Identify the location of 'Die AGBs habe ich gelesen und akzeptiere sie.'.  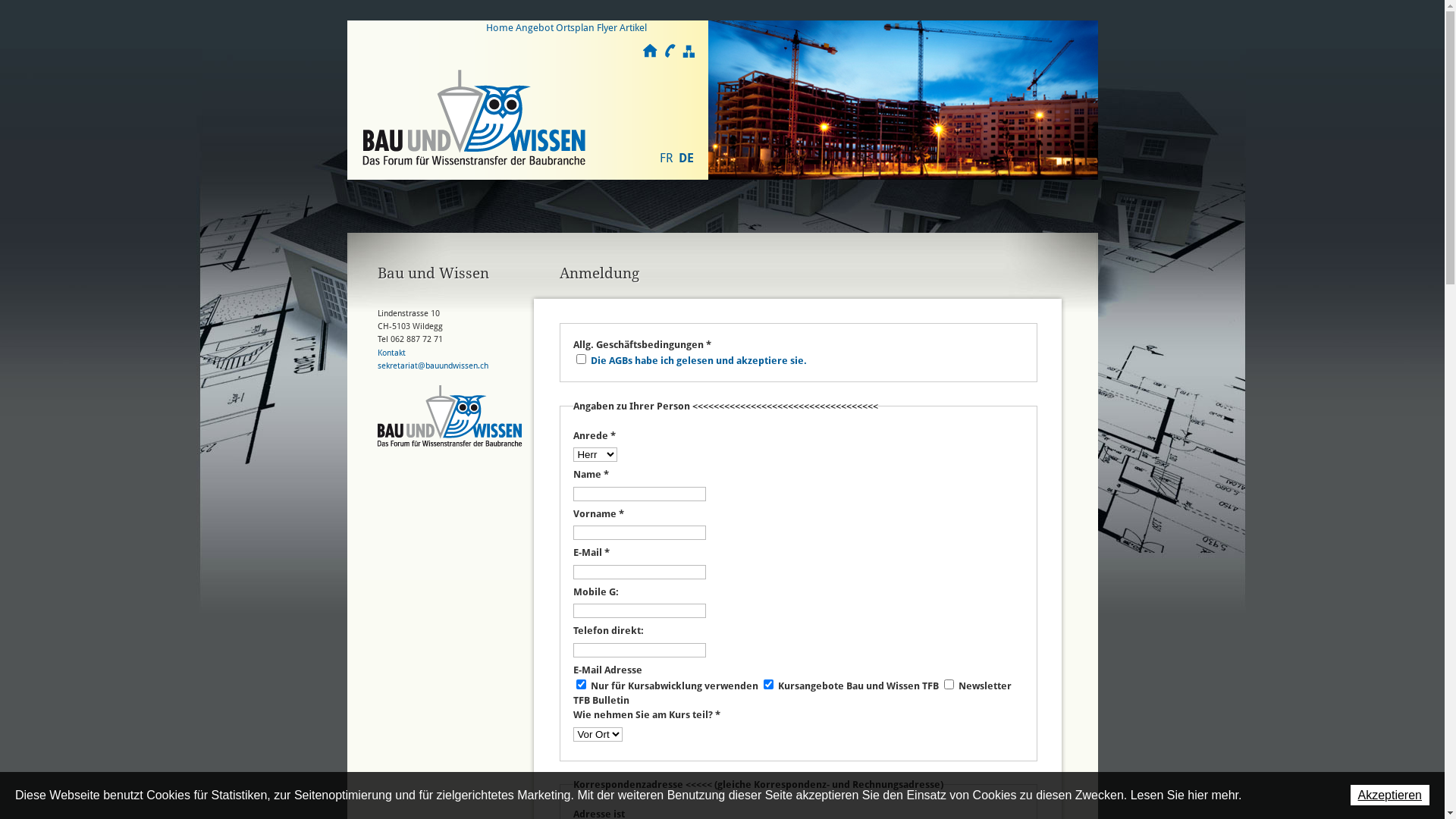
(698, 360).